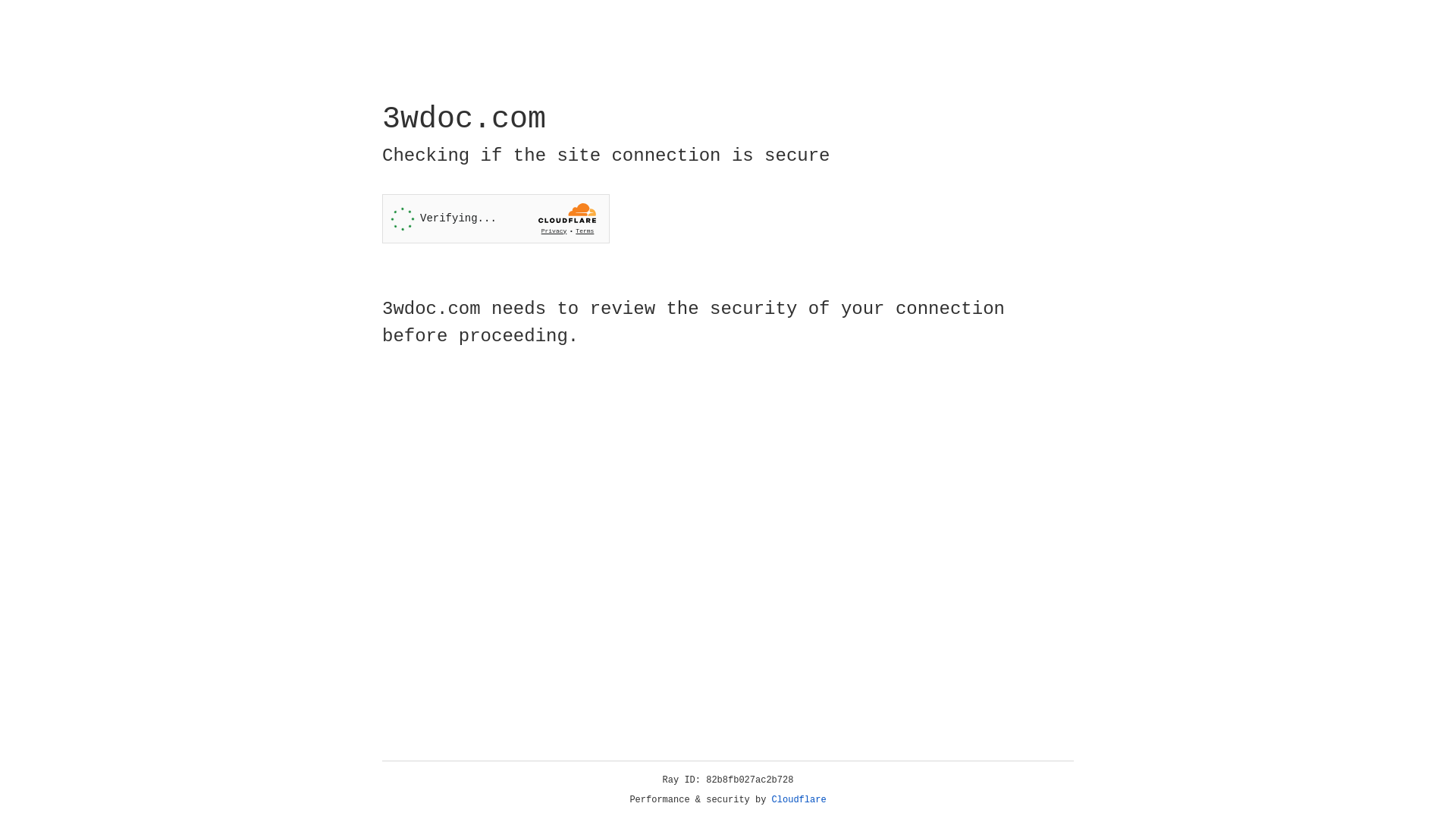  What do you see at coordinates (495, 218) in the screenshot?
I see `'Widget containing a Cloudflare security challenge'` at bounding box center [495, 218].